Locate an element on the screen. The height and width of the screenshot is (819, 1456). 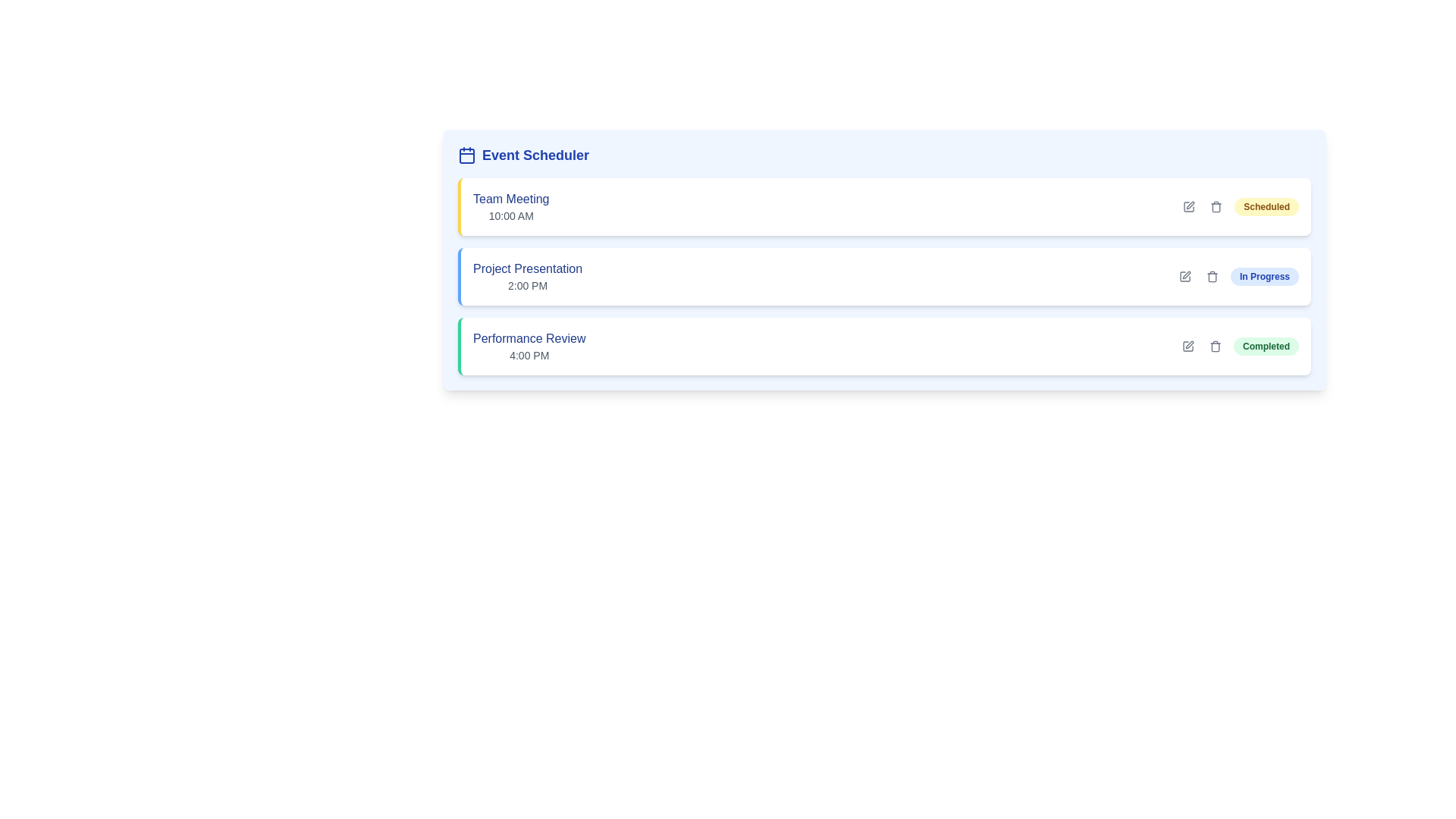
the static text displaying the scheduled time for the 'Performance Review' event, located below the 'Performance Review' text in the 'Event Scheduler' section of the third event card is located at coordinates (529, 356).